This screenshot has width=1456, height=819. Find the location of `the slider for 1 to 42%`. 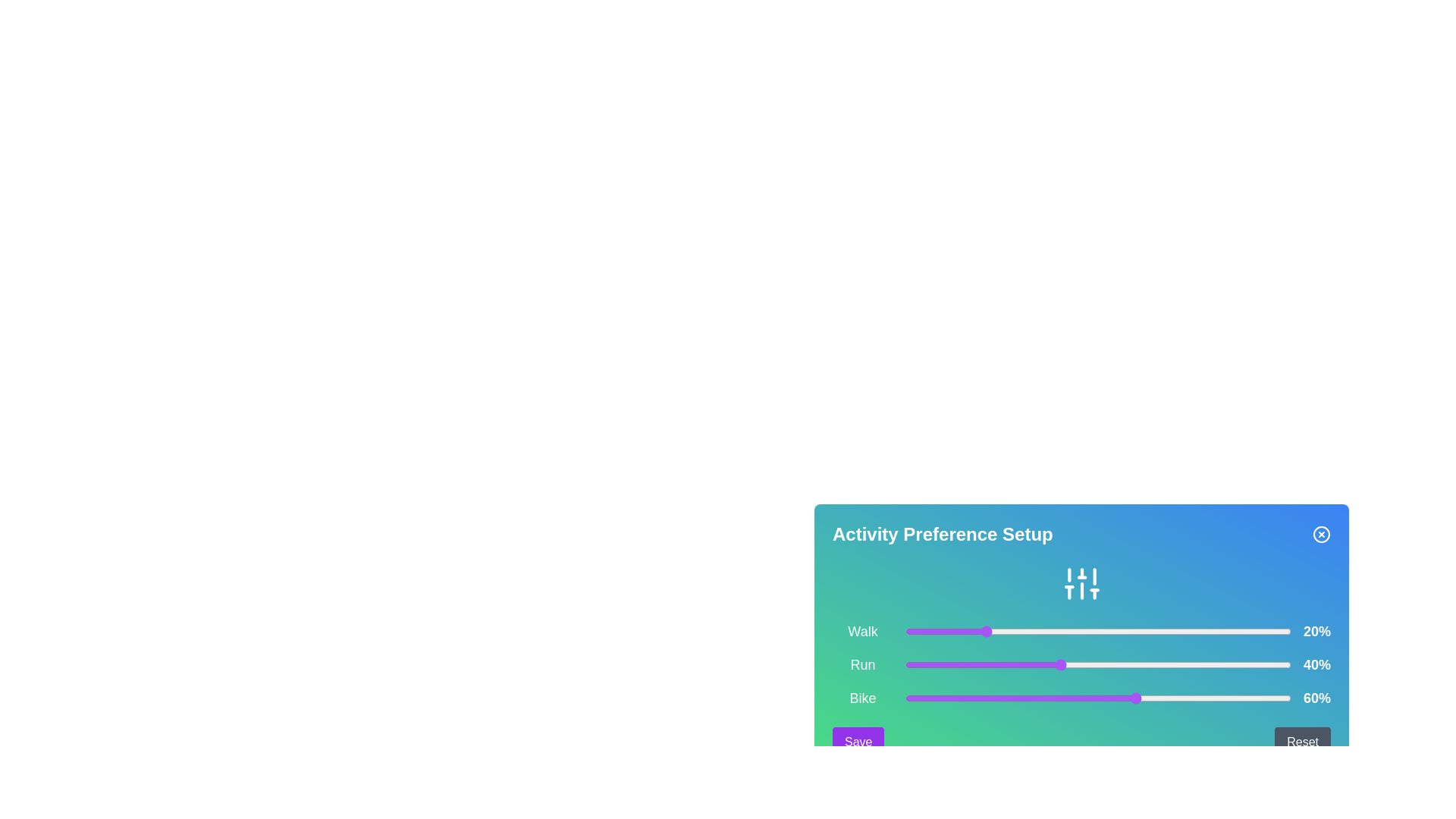

the slider for 1 to 42% is located at coordinates (1066, 664).